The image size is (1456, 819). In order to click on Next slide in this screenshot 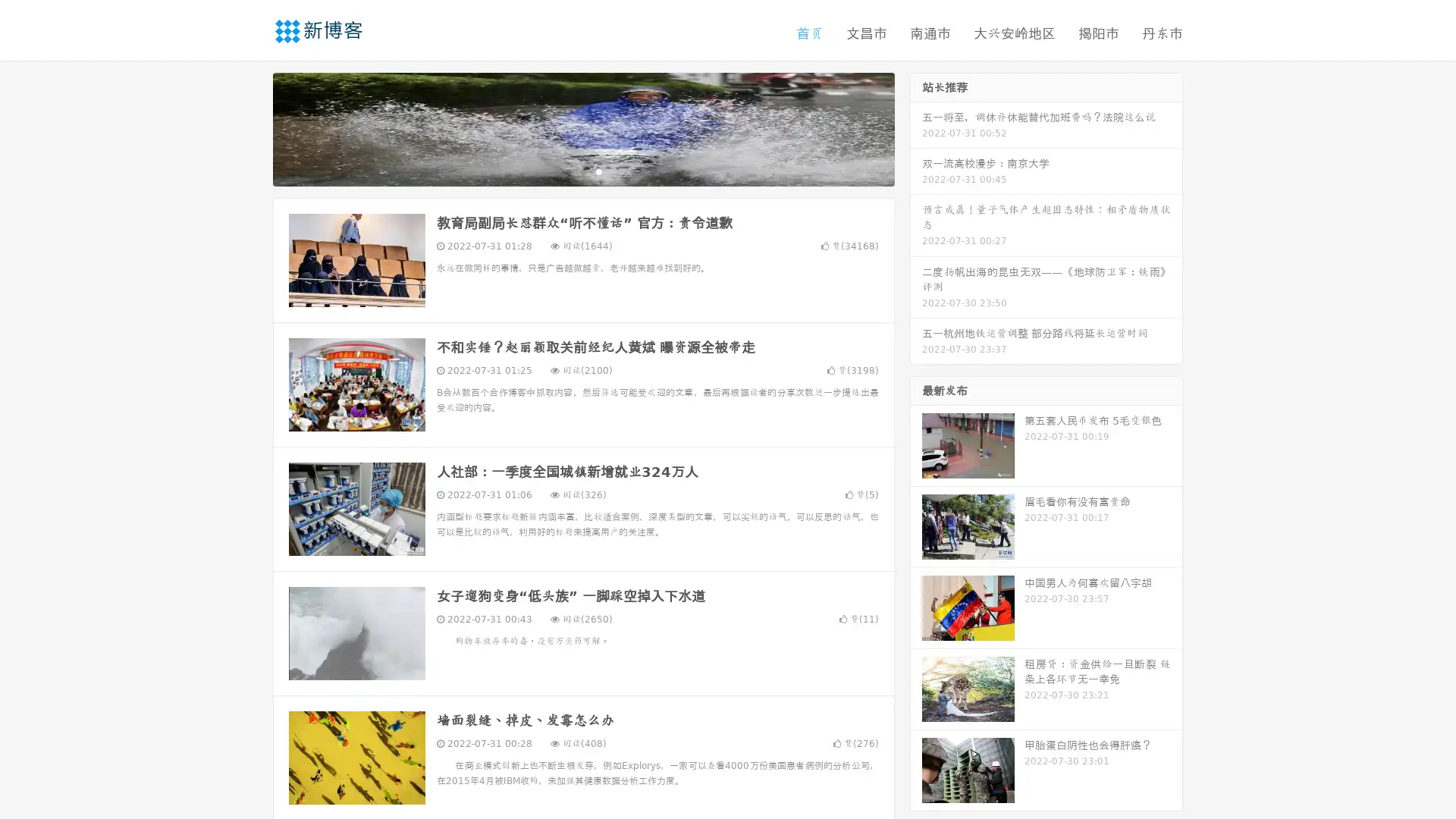, I will do `click(916, 127)`.